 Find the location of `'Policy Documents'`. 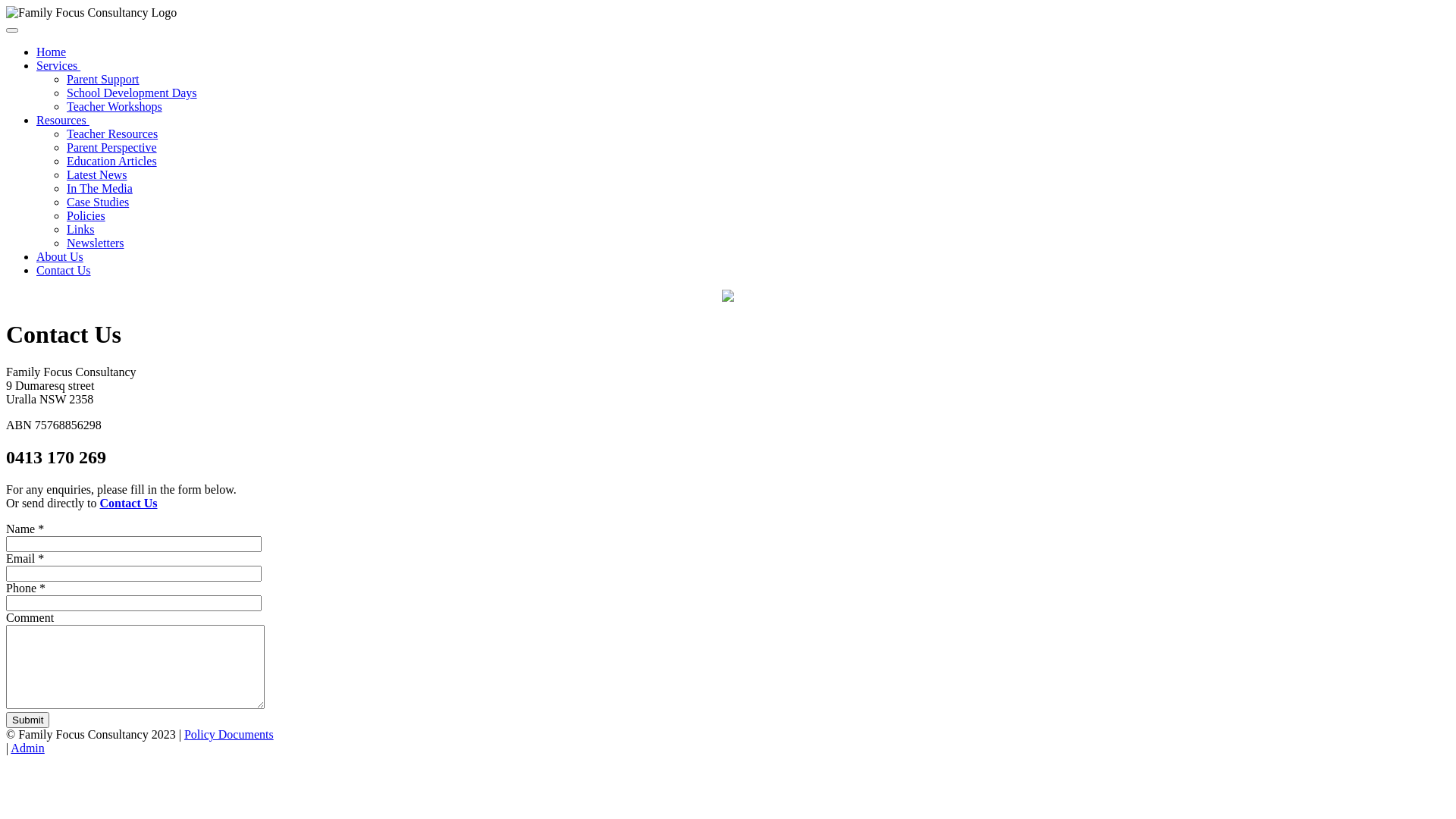

'Policy Documents' is located at coordinates (228, 733).